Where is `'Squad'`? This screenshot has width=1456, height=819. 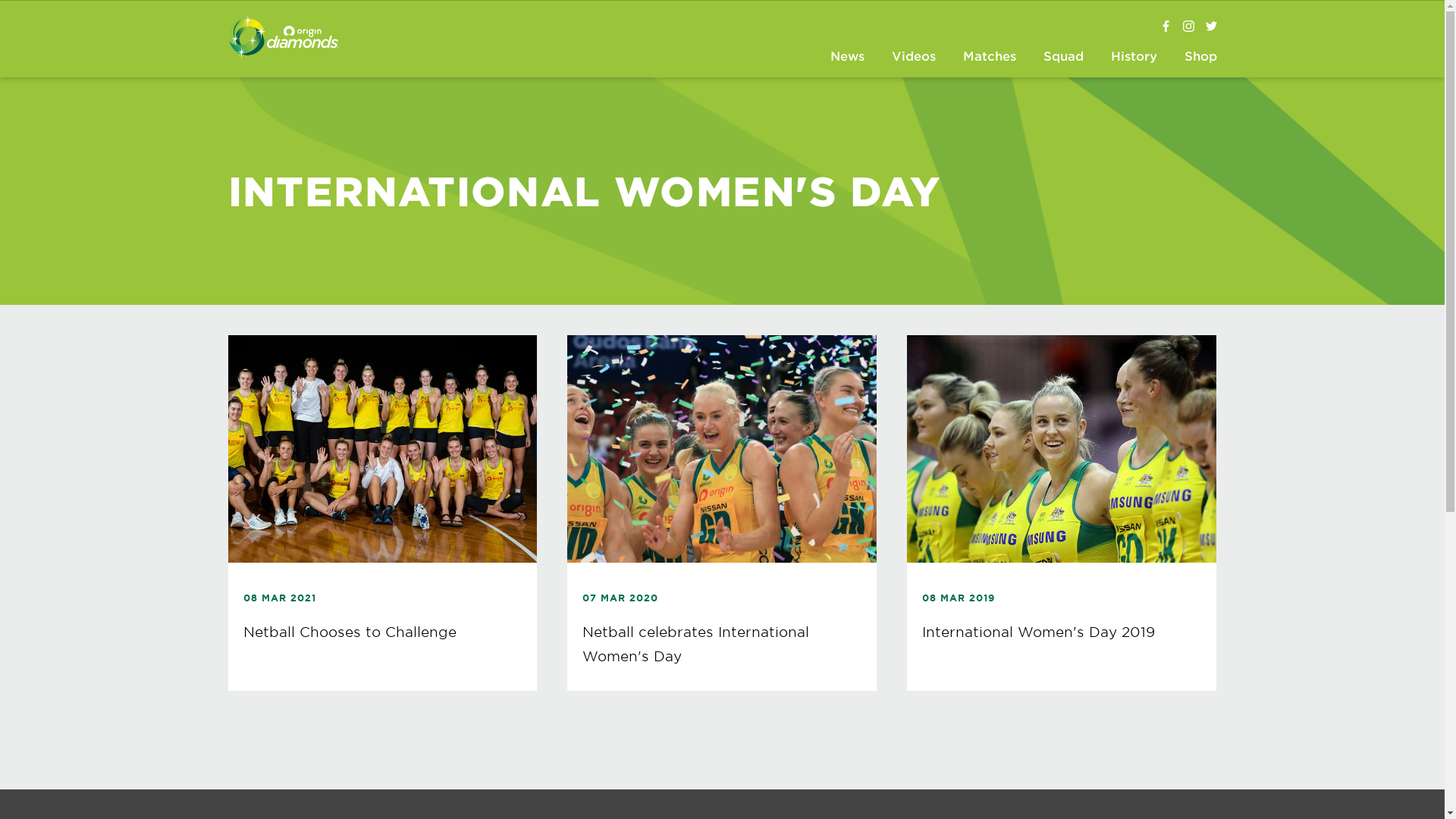 'Squad' is located at coordinates (1062, 57).